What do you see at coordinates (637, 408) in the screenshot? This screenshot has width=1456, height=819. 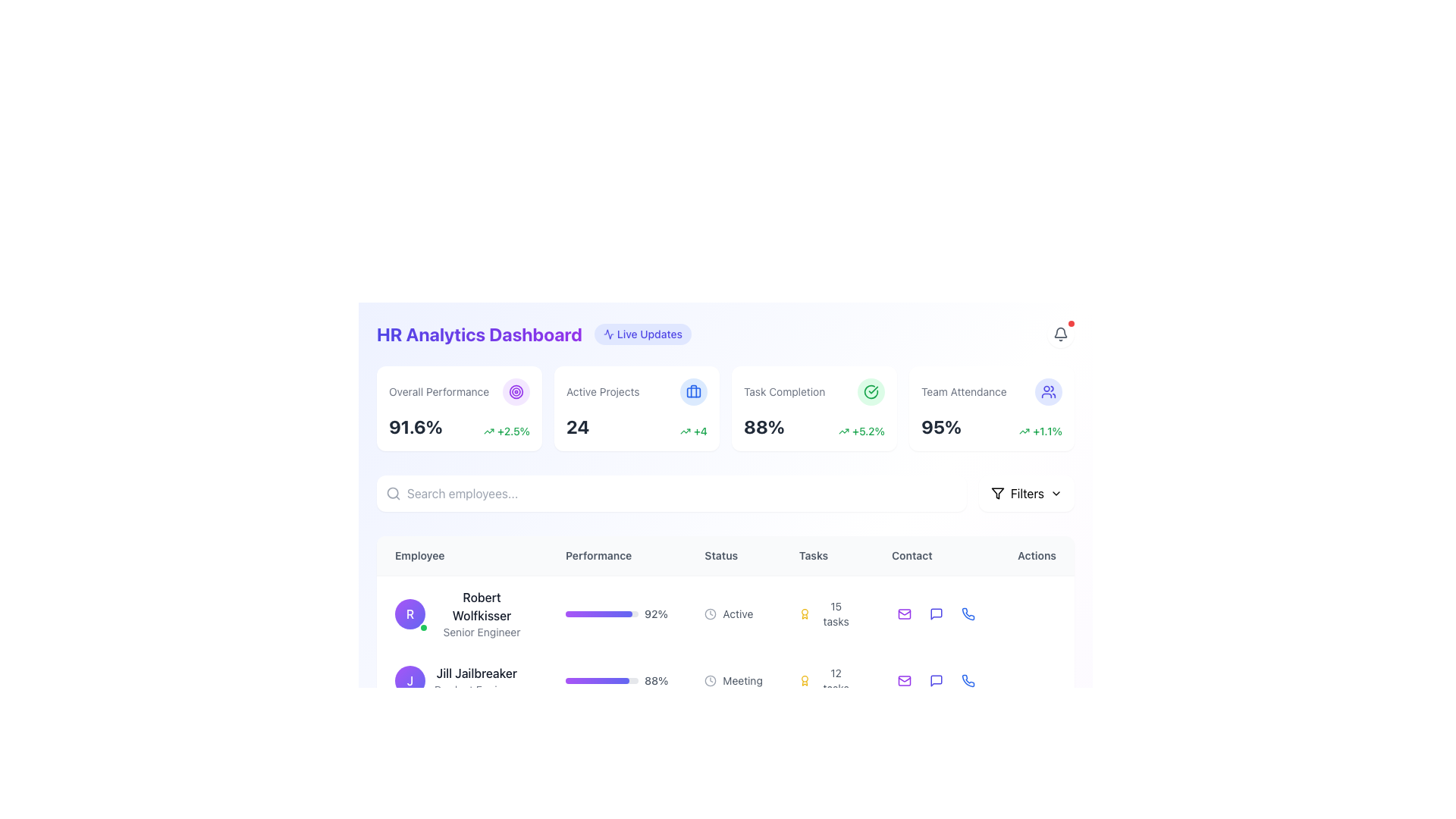 I see `the Information Card that summarizes active projects, located in the second position within the grid of four cards under the 'HR Analytics Dashboard'` at bounding box center [637, 408].